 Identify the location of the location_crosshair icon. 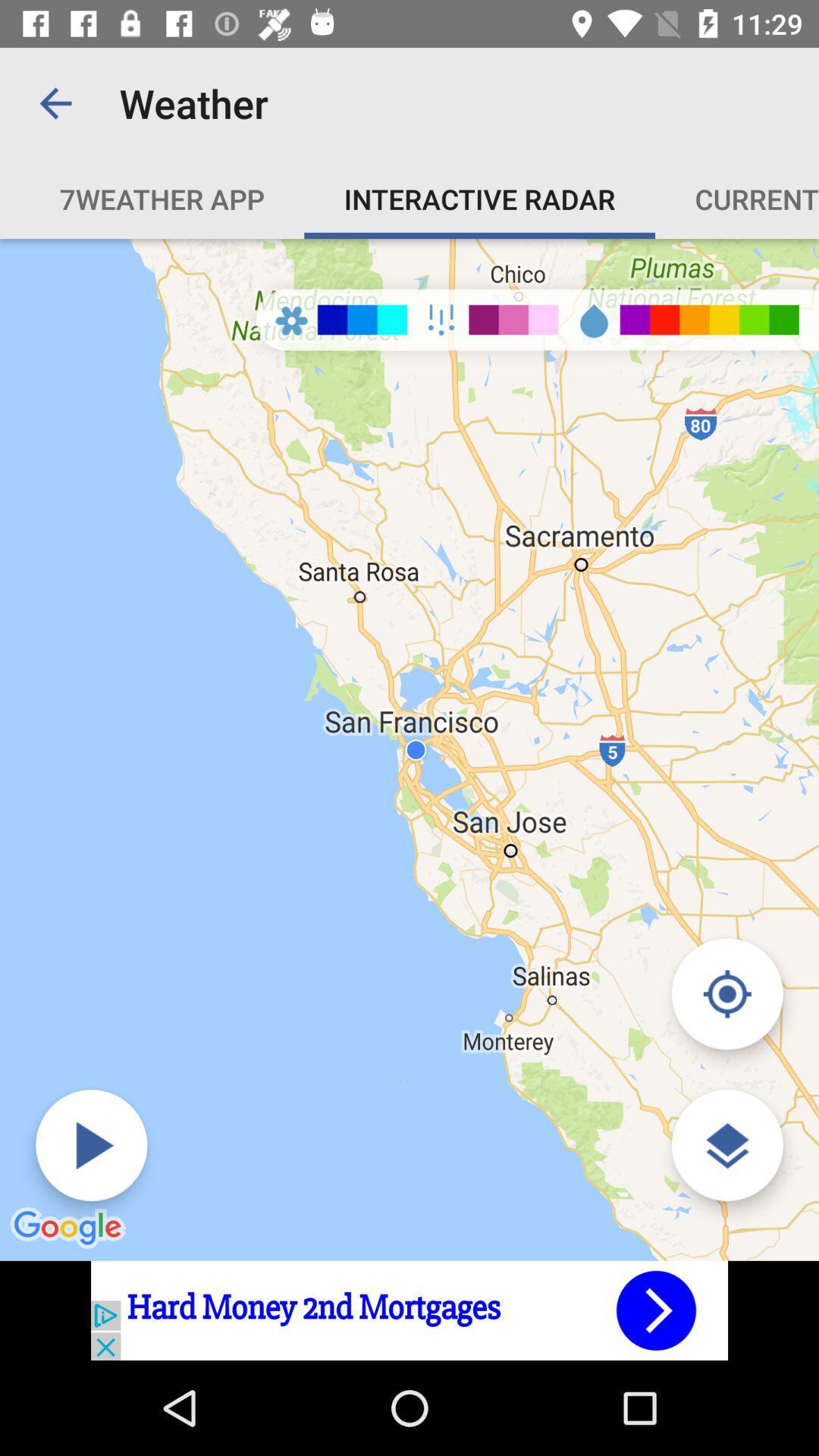
(726, 993).